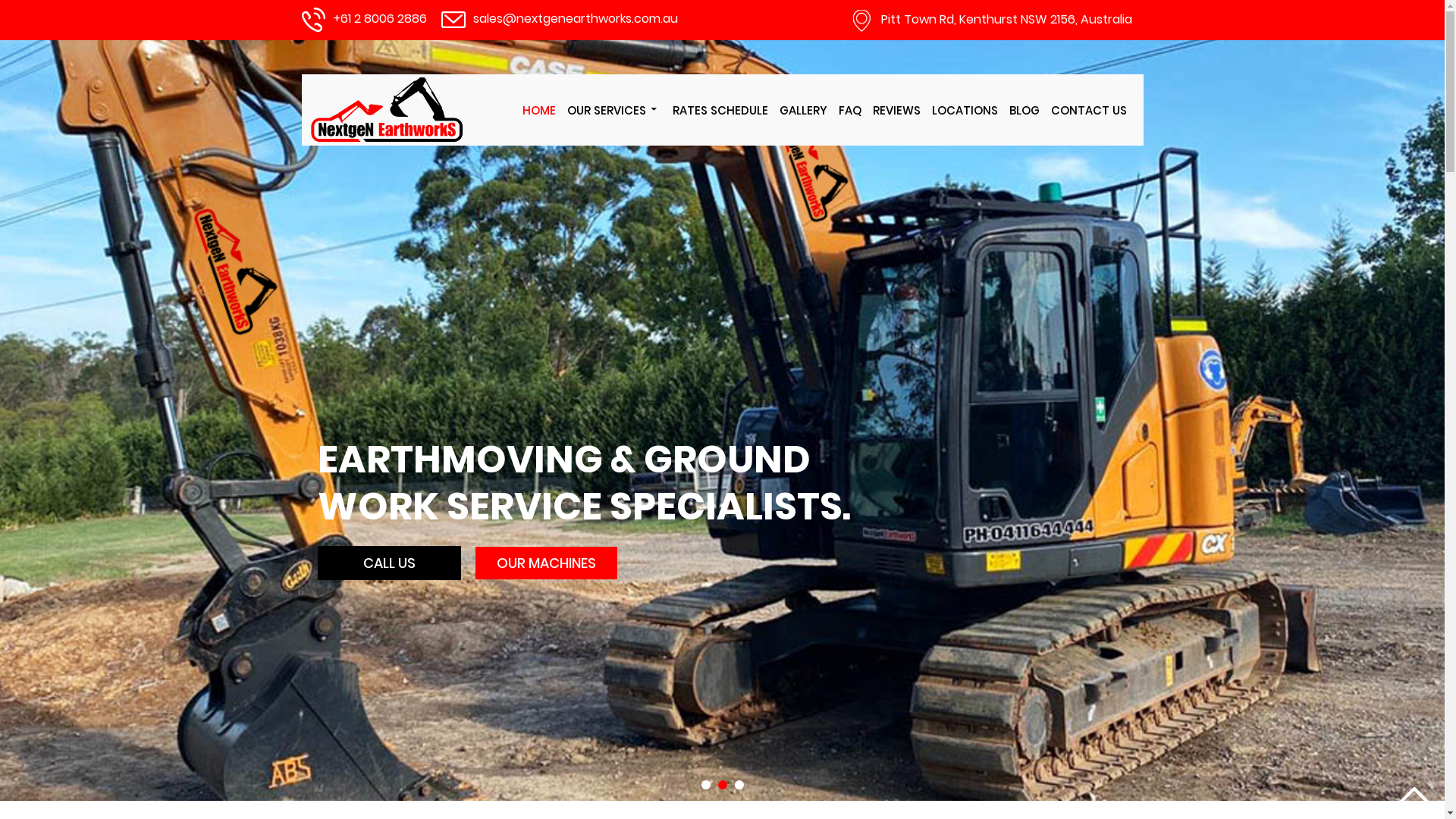 Image resolution: width=1456 pixels, height=819 pixels. I want to click on 'BLOG', so click(1023, 109).